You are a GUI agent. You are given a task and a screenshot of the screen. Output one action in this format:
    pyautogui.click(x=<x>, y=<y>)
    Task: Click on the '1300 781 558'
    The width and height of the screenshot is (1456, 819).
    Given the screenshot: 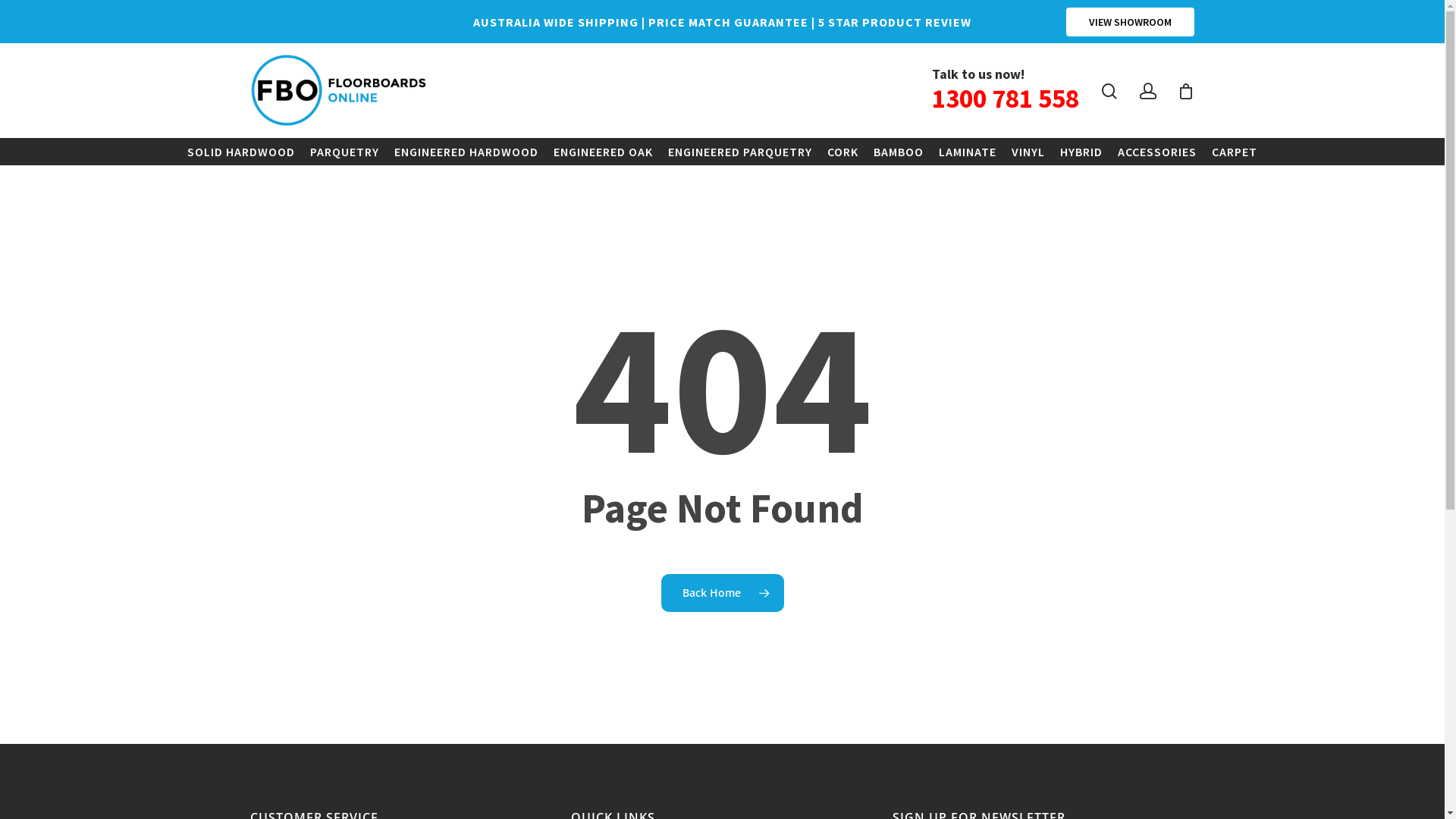 What is the action you would take?
    pyautogui.click(x=1005, y=99)
    